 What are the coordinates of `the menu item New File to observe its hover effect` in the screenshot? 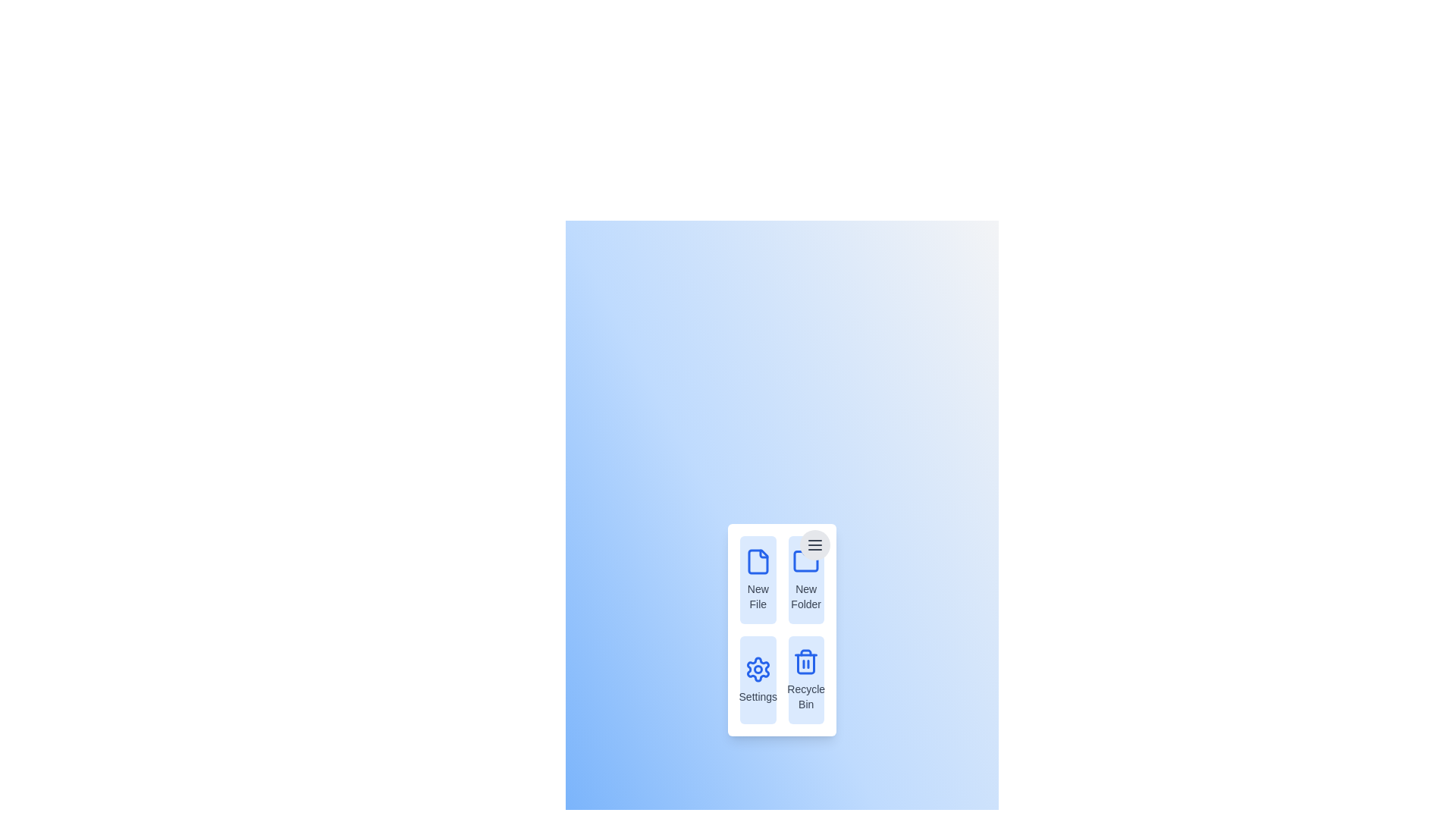 It's located at (758, 579).